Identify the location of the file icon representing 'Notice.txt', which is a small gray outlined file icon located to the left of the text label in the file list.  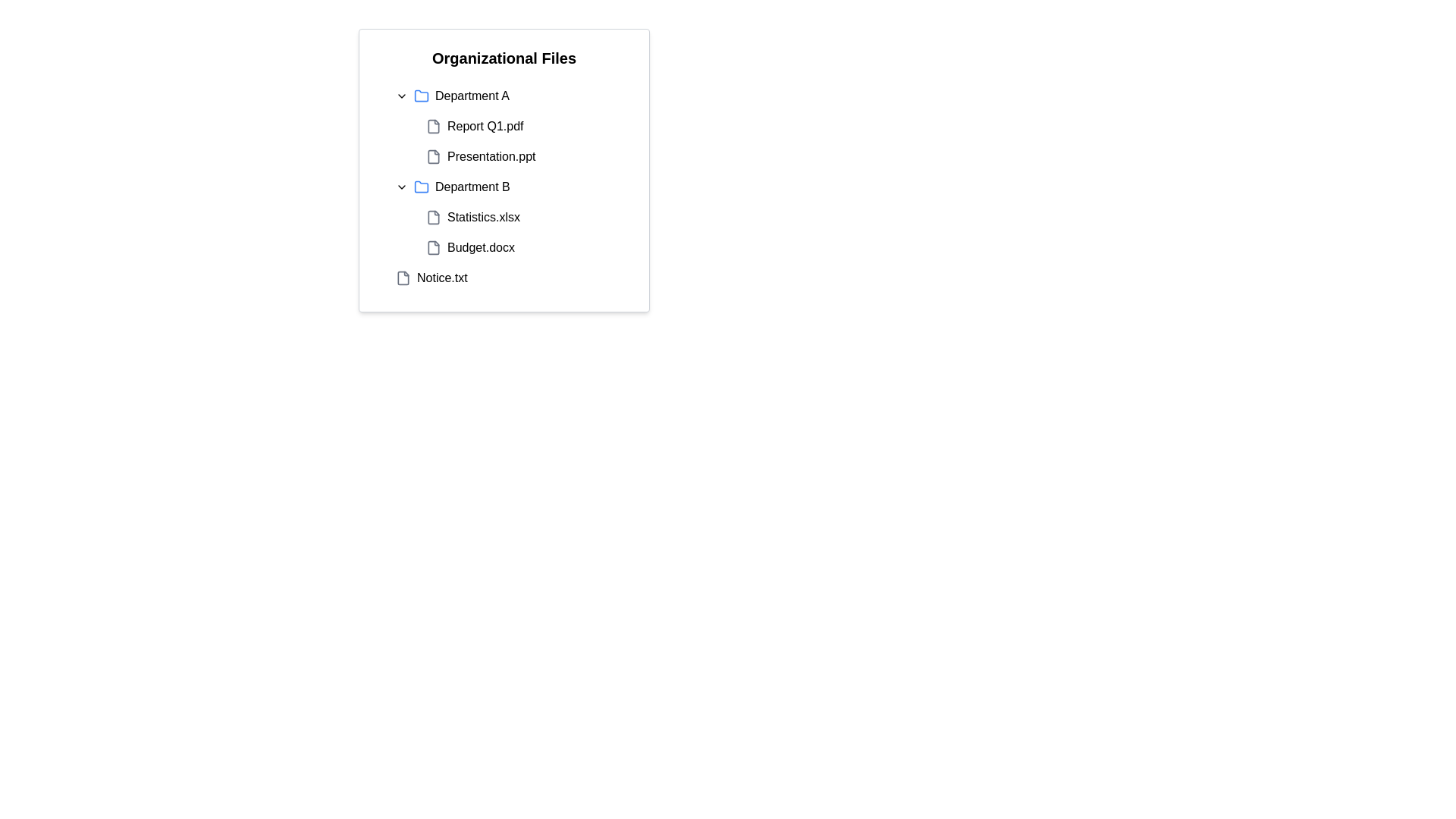
(403, 278).